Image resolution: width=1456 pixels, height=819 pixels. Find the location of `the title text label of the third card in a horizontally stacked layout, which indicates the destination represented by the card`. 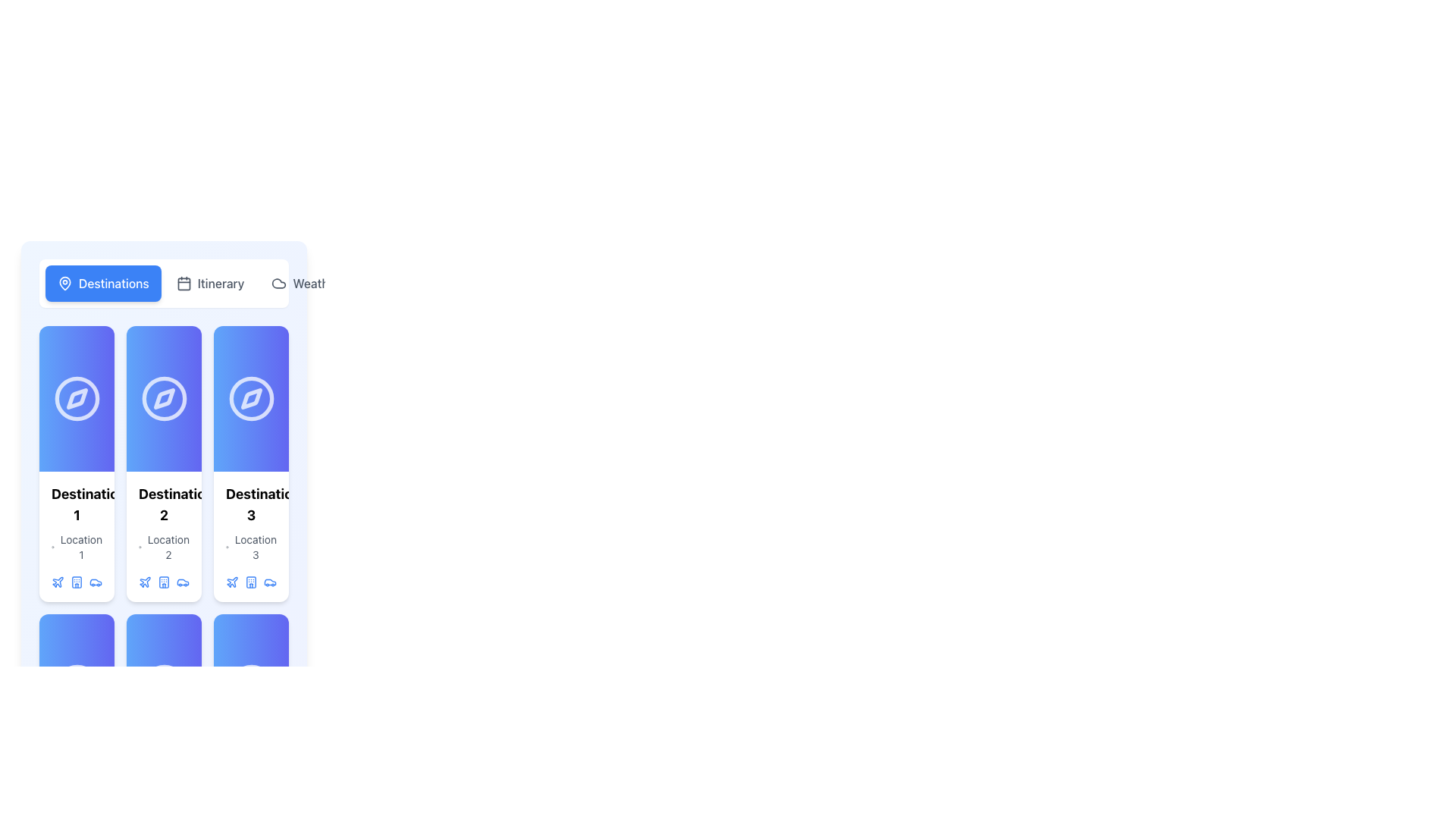

the title text label of the third card in a horizontally stacked layout, which indicates the destination represented by the card is located at coordinates (251, 505).